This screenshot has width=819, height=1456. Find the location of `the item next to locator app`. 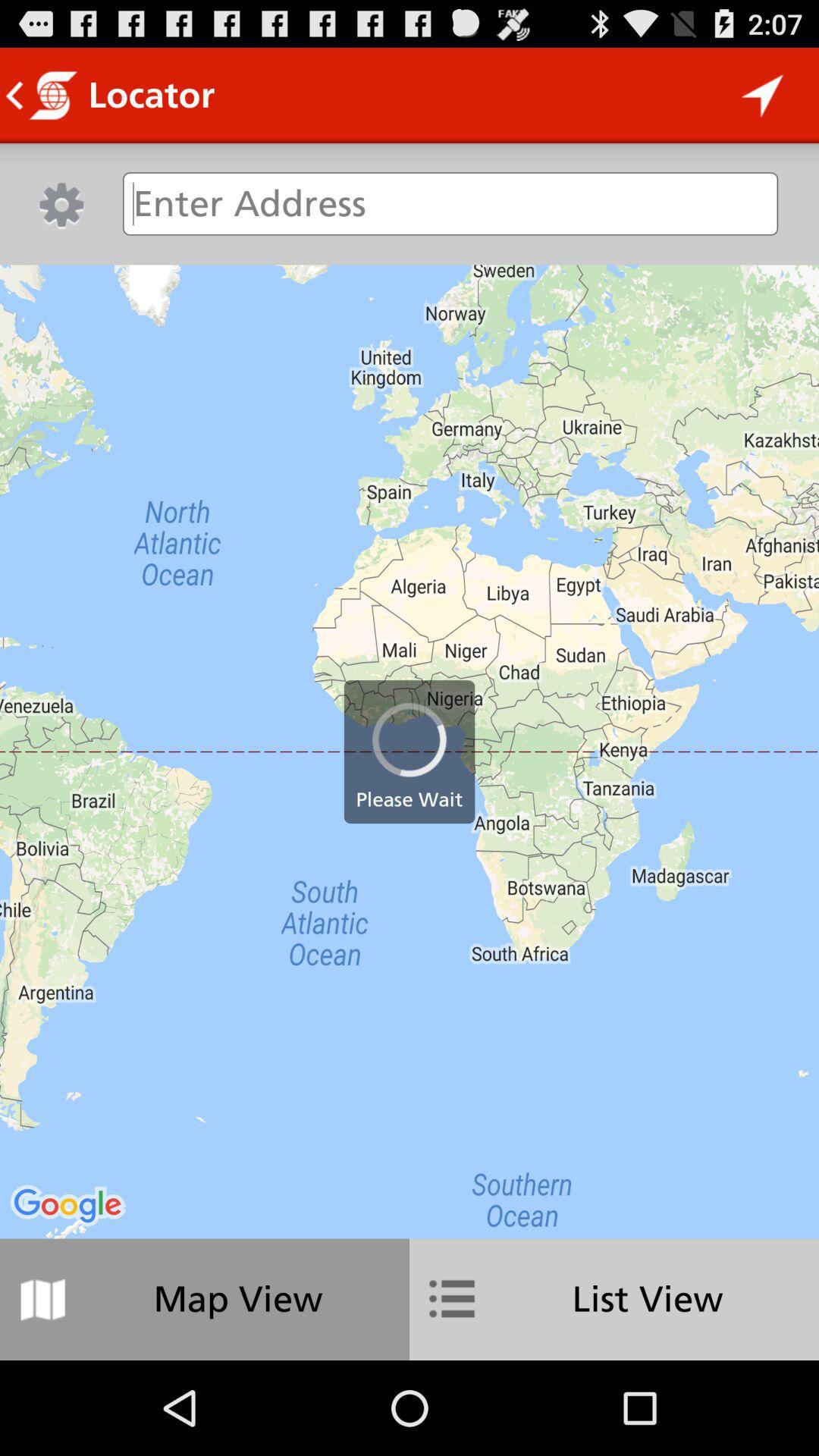

the item next to locator app is located at coordinates (763, 94).